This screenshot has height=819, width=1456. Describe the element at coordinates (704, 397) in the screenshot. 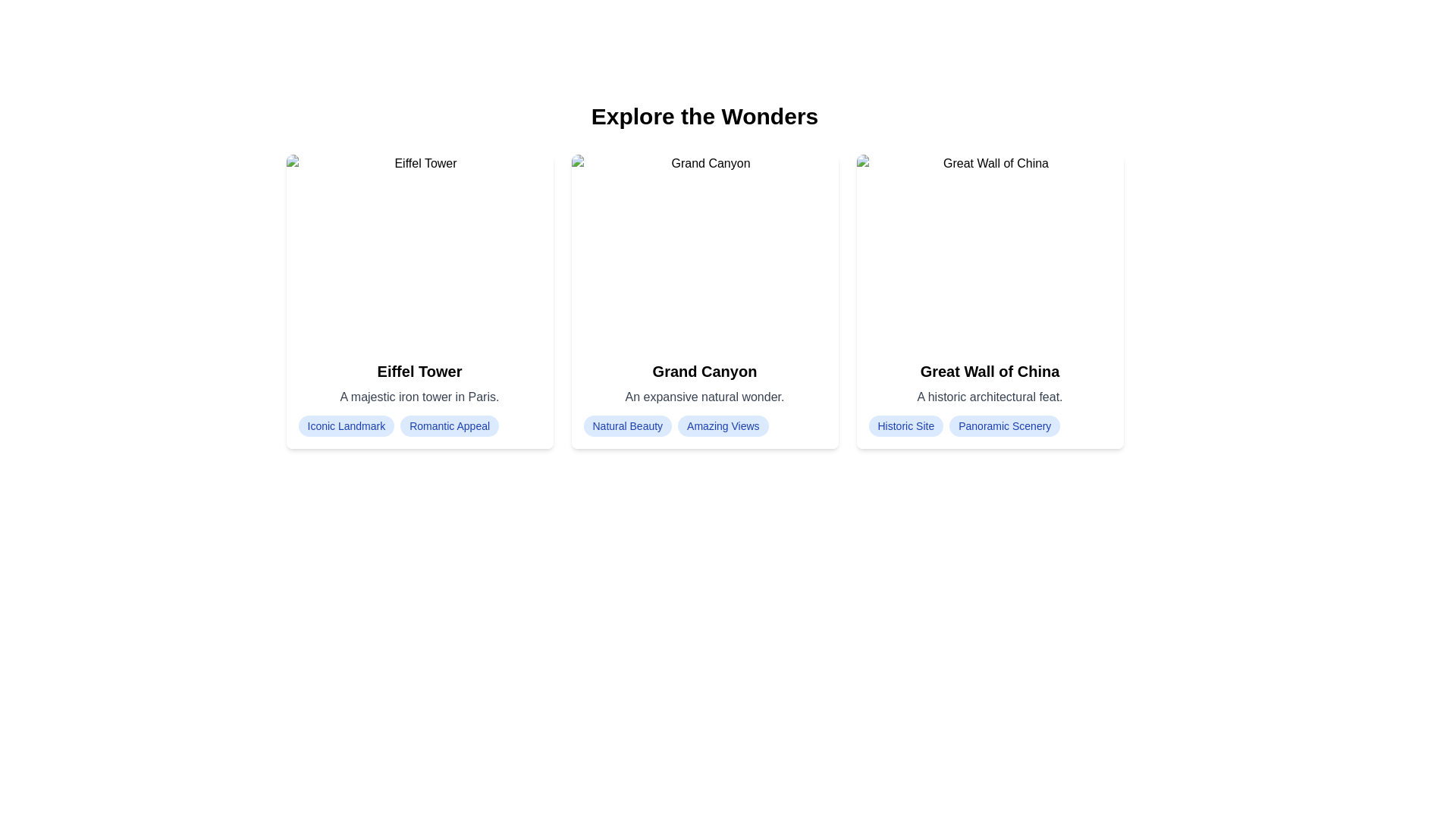

I see `title 'Grand Canyon' and the description 'An expansive natural wonder.' from the informational card with a white background and blue badges, which is the second card in a horizontal list` at that location.